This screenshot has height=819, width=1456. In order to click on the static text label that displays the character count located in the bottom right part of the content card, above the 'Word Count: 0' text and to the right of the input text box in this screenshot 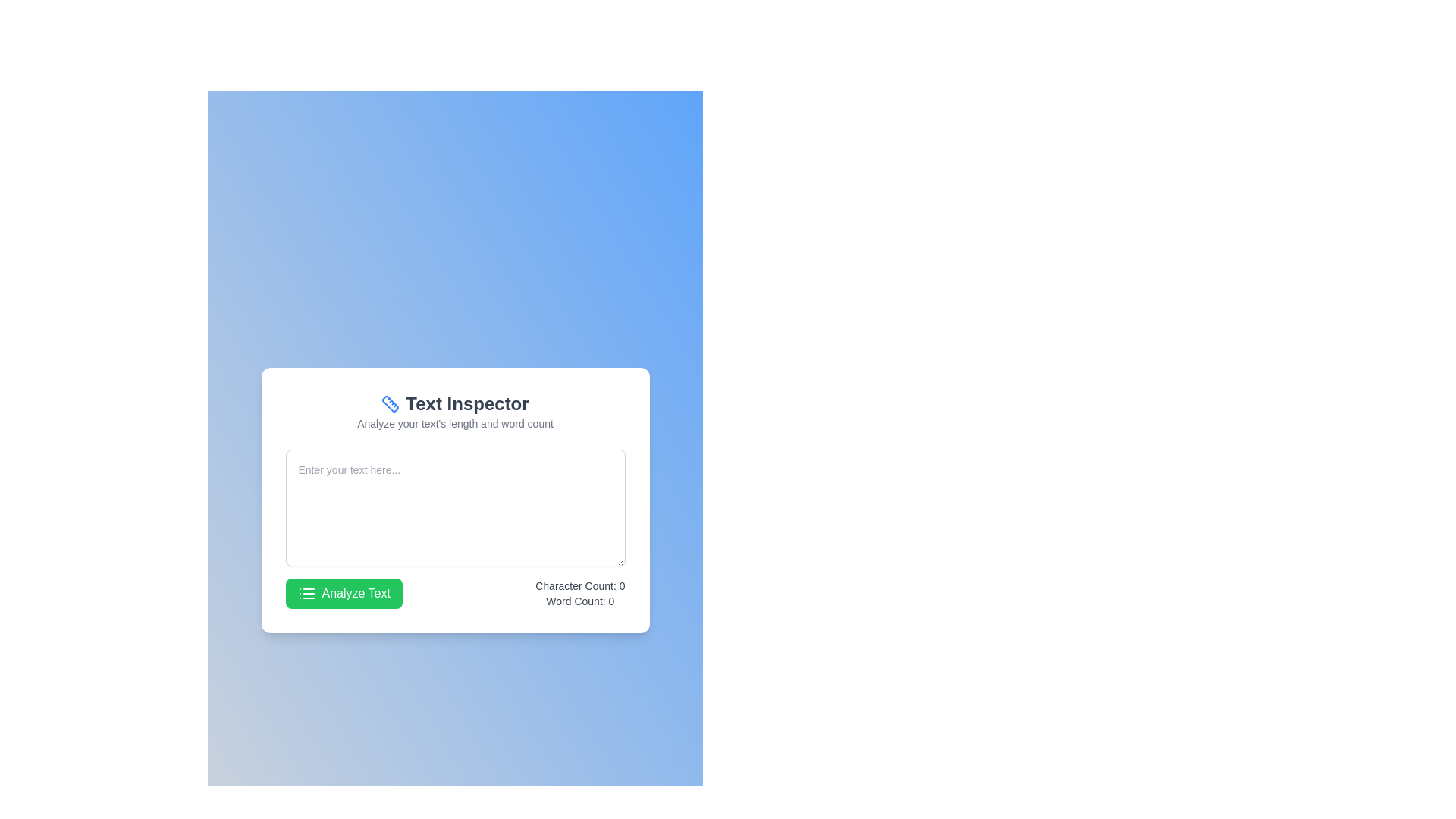, I will do `click(579, 585)`.